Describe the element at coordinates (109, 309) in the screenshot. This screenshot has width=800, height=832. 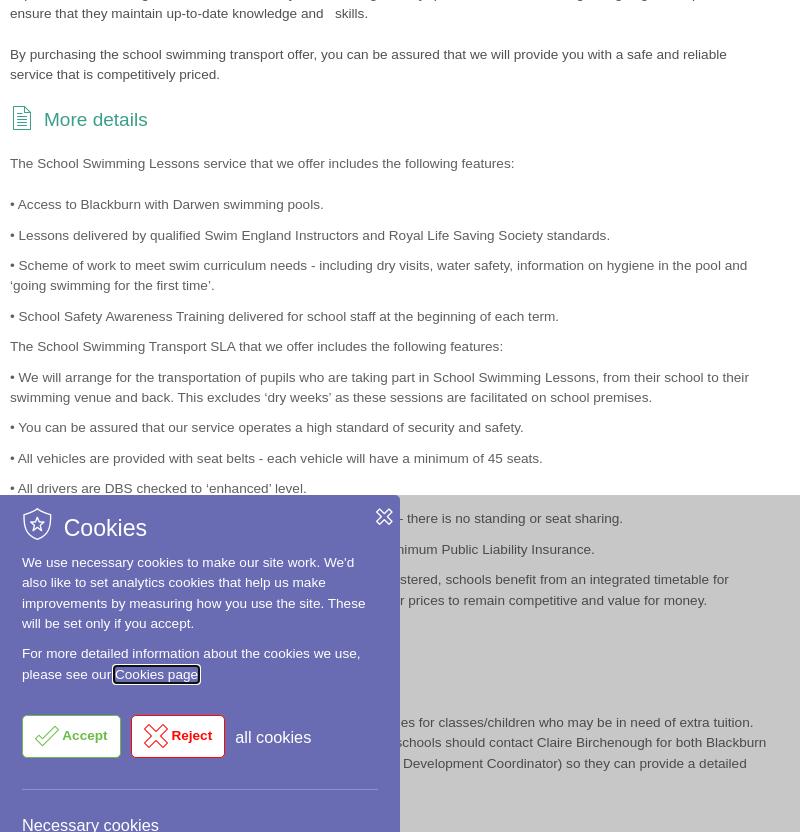
I see `'Communication'` at that location.